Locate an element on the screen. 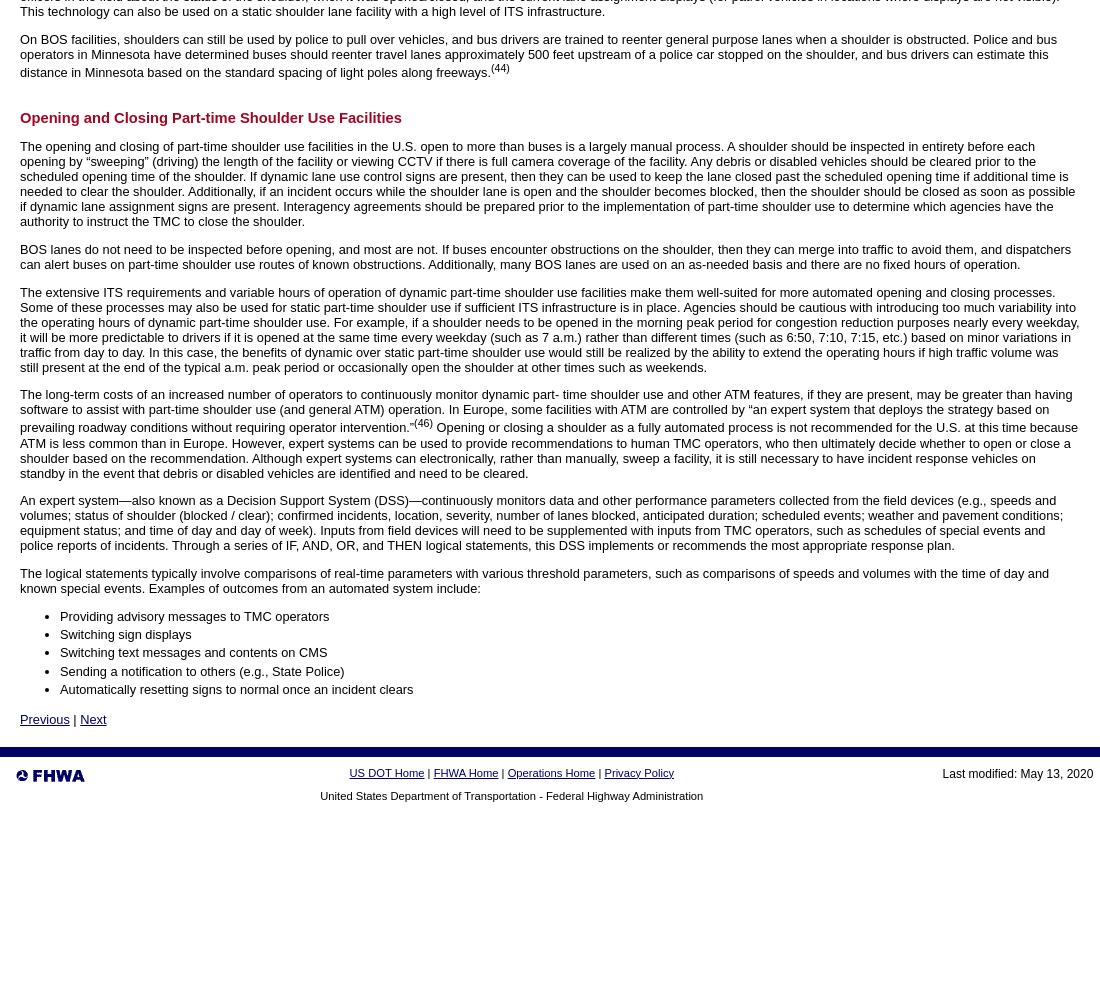 The width and height of the screenshot is (1100, 1000). 'Previous' is located at coordinates (43, 717).